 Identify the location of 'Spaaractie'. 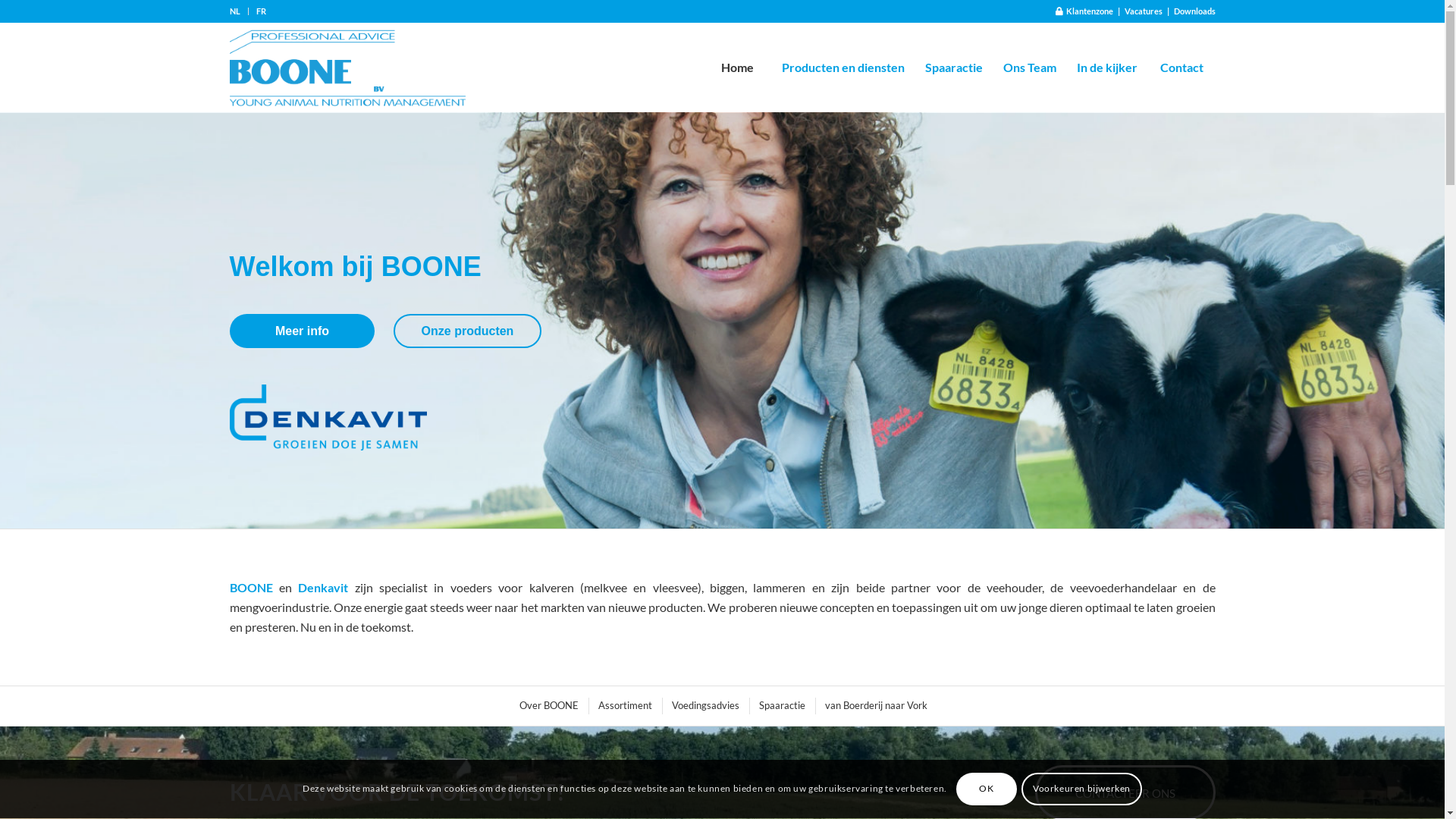
(952, 66).